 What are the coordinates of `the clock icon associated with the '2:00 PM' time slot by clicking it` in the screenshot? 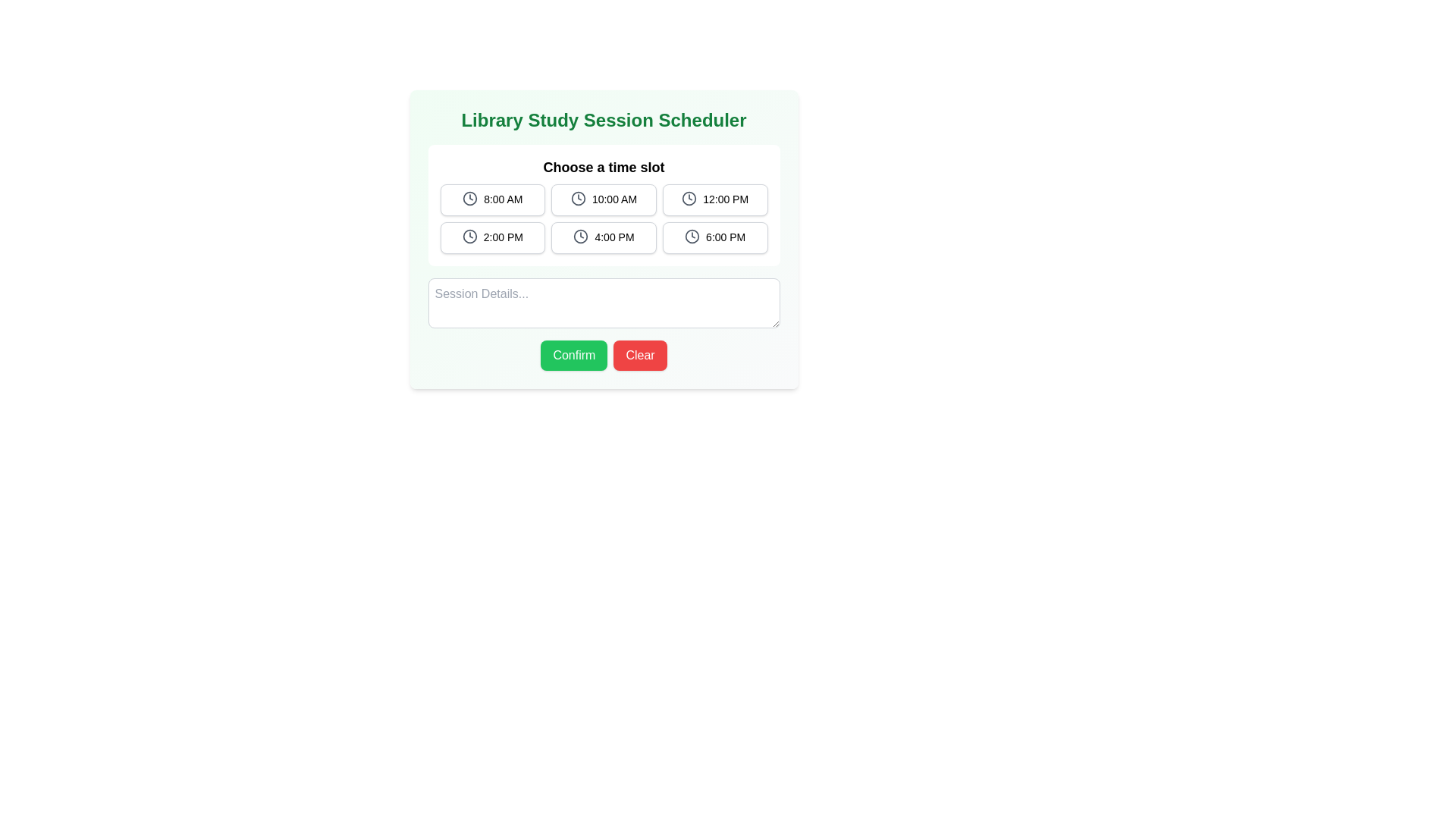 It's located at (469, 237).